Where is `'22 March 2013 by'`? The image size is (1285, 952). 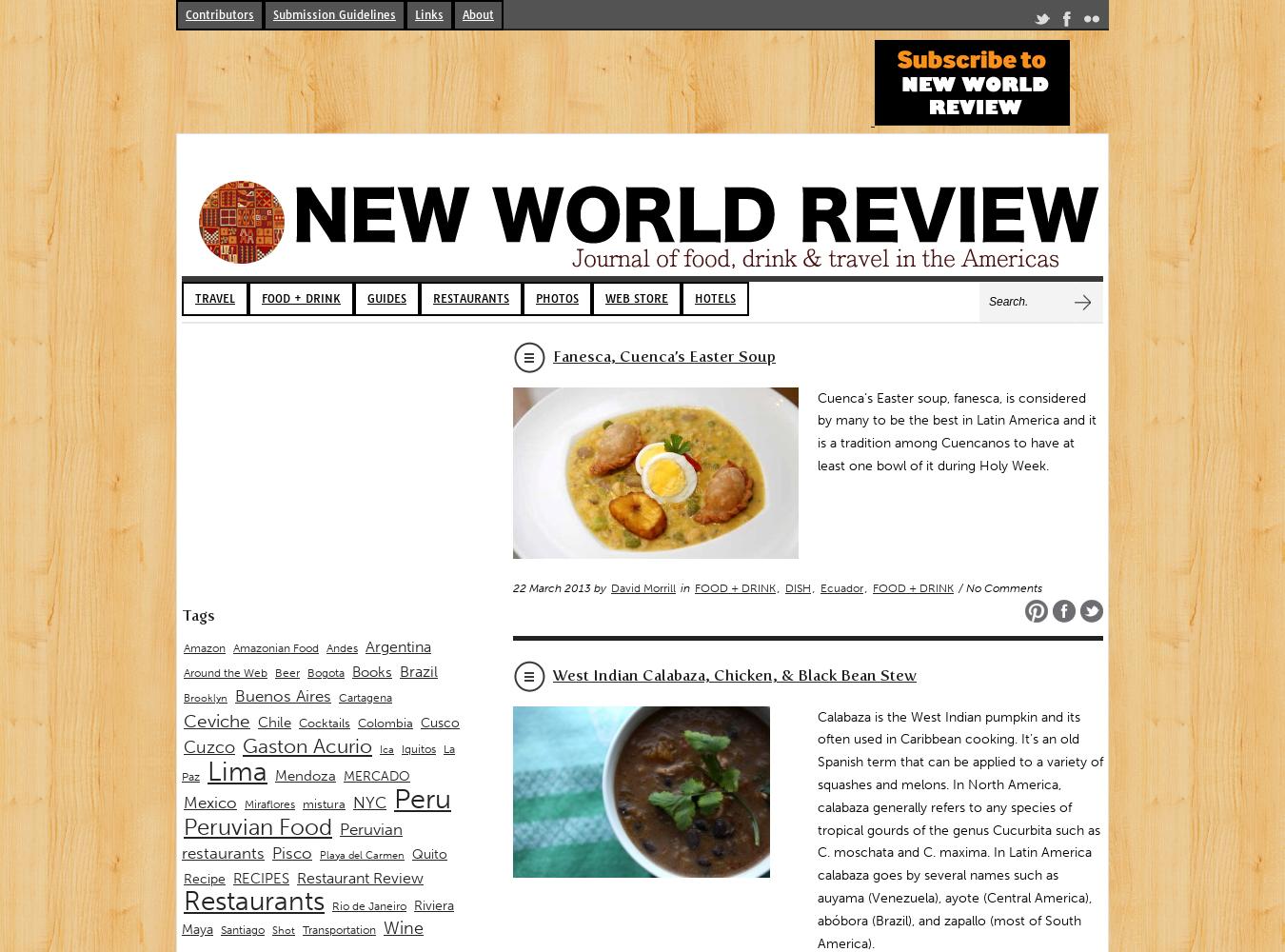 '22 March 2013 by' is located at coordinates (512, 586).